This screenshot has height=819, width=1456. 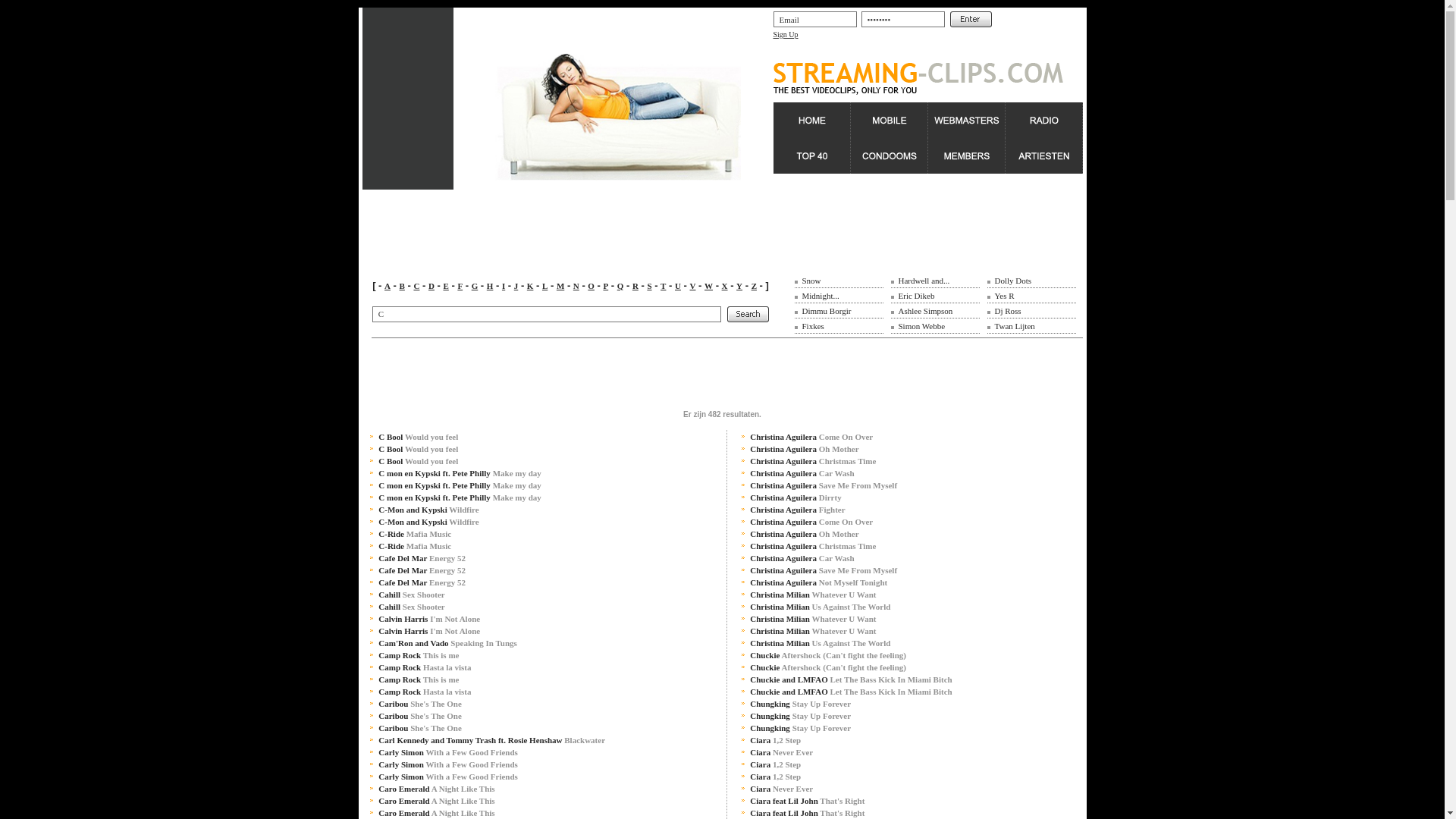 I want to click on 'T', so click(x=663, y=286).